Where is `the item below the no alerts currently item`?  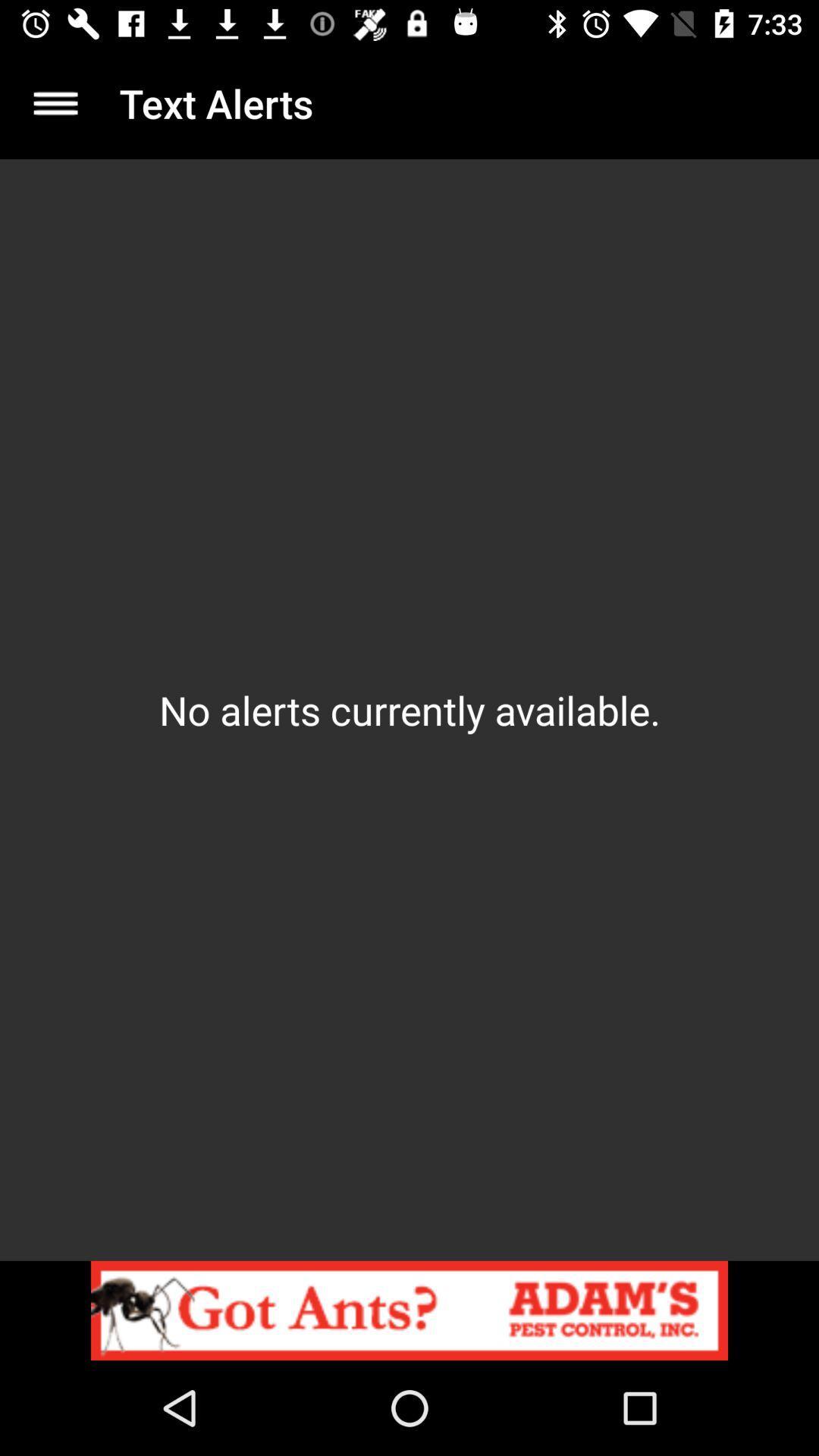
the item below the no alerts currently item is located at coordinates (409, 1310).